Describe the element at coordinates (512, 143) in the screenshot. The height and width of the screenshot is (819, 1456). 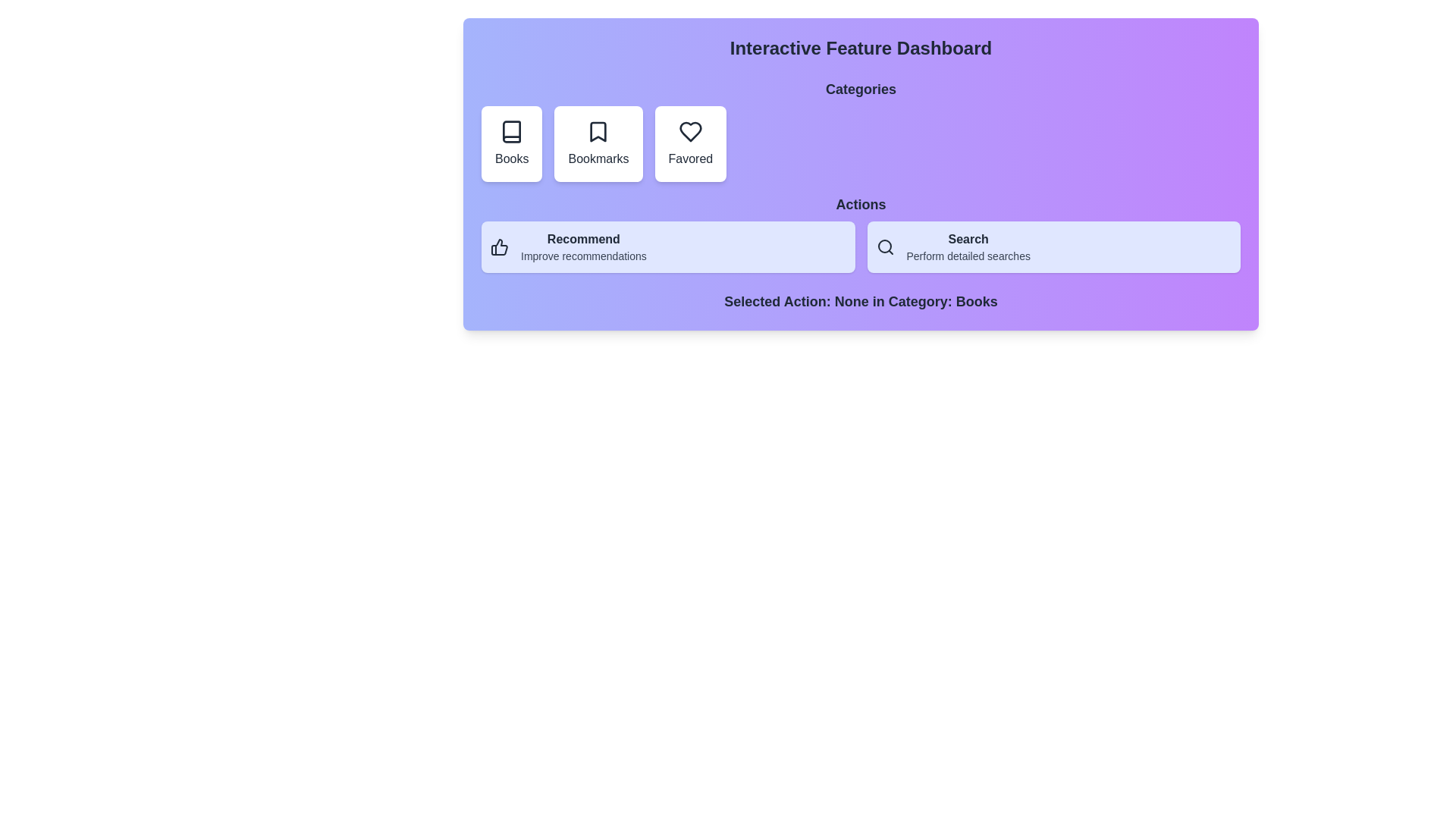
I see `the first button-like clickable card in the 'Categories' section, which features a book icon and the text 'Books', for visual feedback` at that location.